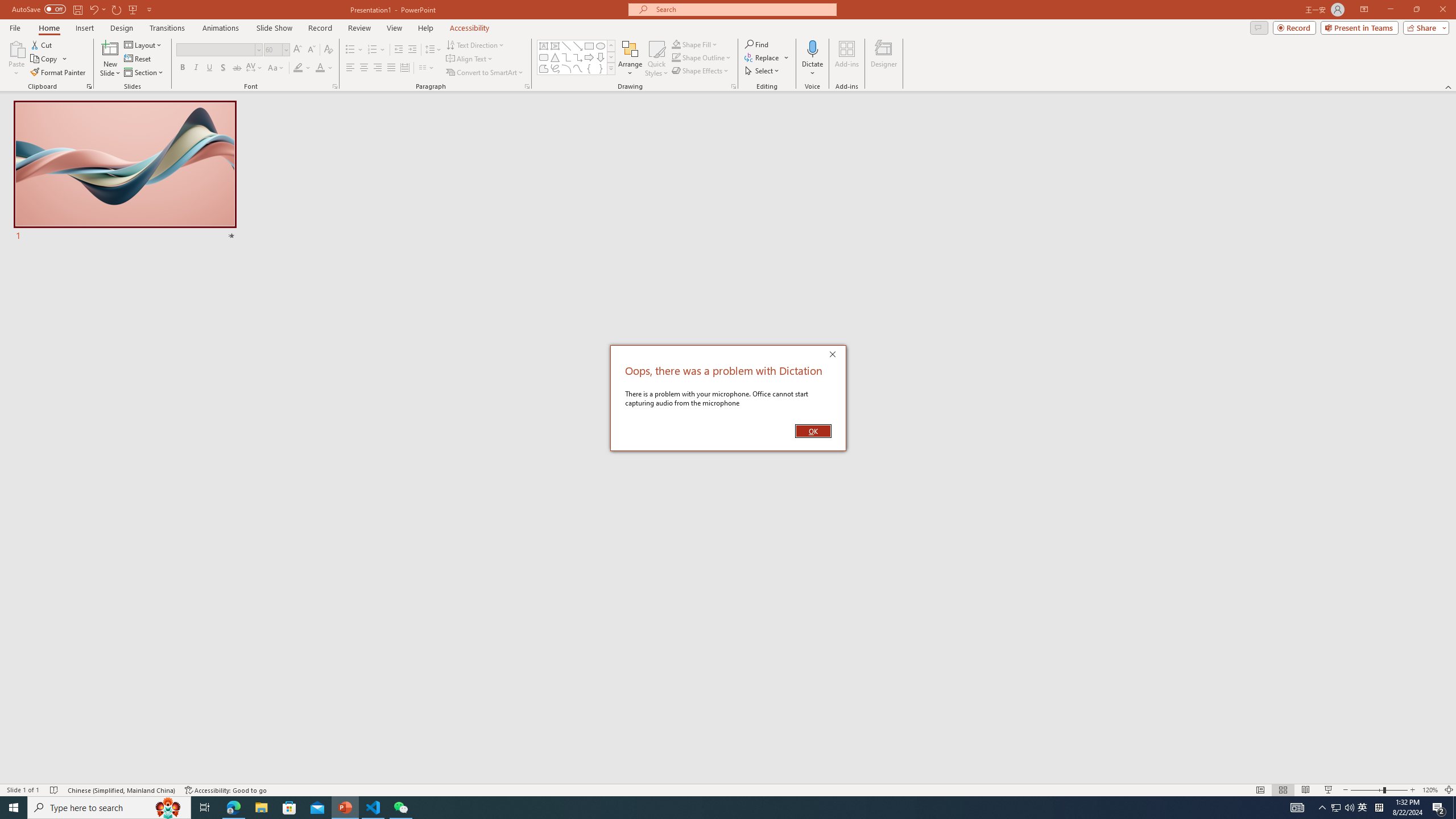 The height and width of the screenshot is (819, 1456). What do you see at coordinates (138, 59) in the screenshot?
I see `'Reset'` at bounding box center [138, 59].